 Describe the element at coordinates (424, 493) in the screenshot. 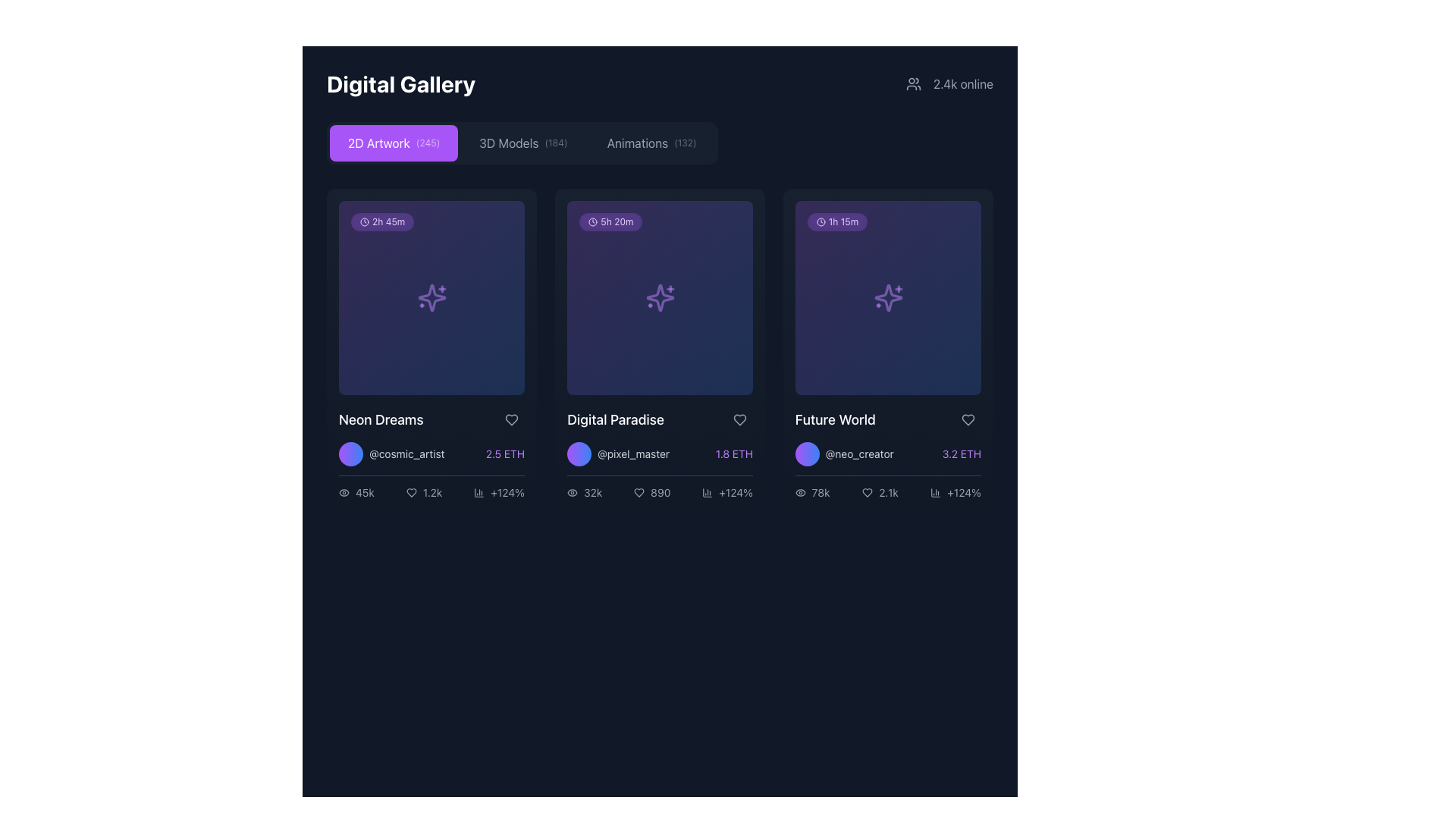

I see `the heart icon displaying the number of likes or favorites in the statistics bar under the 'Neon Dreams' section` at that location.